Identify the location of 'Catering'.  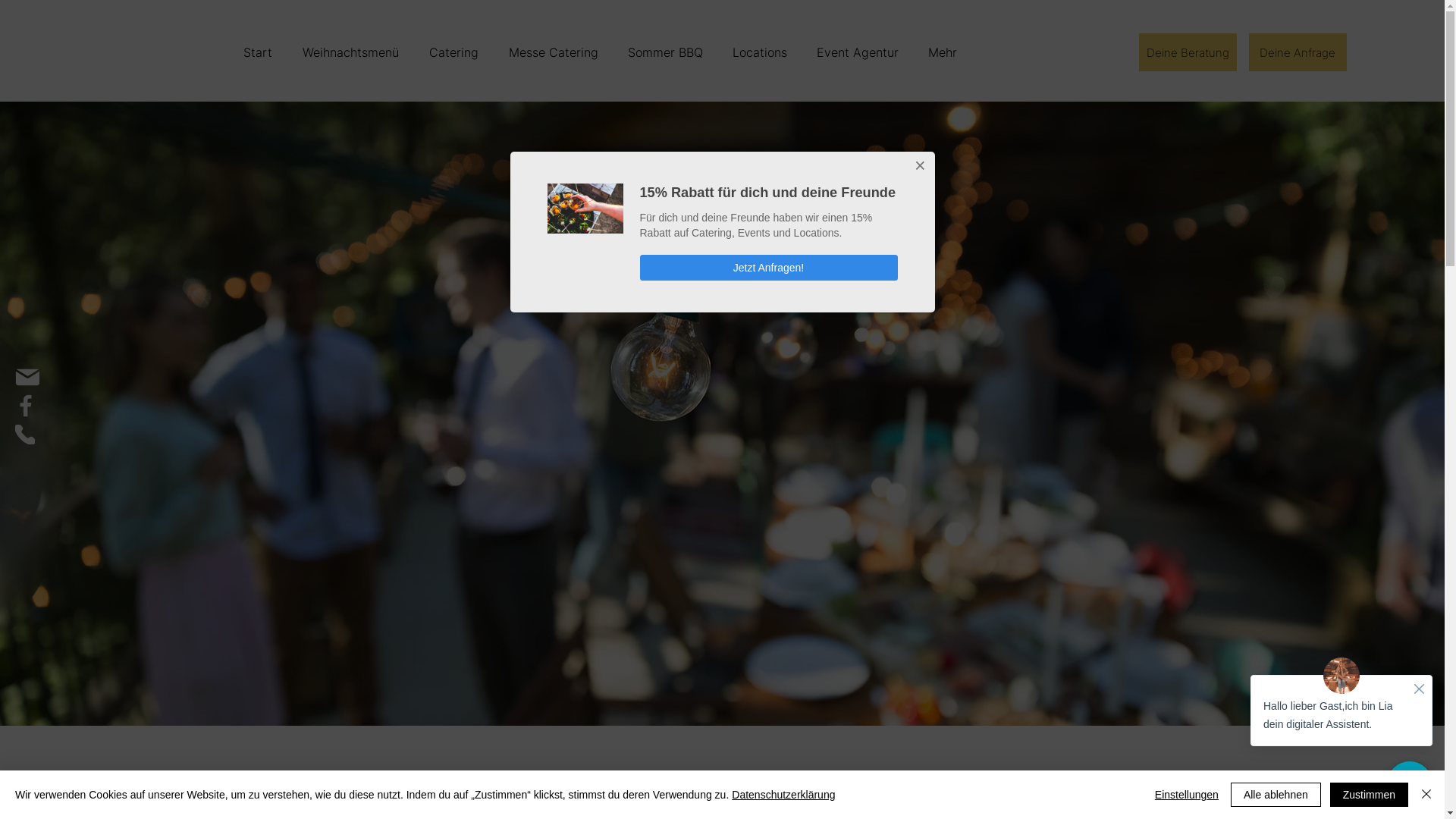
(453, 52).